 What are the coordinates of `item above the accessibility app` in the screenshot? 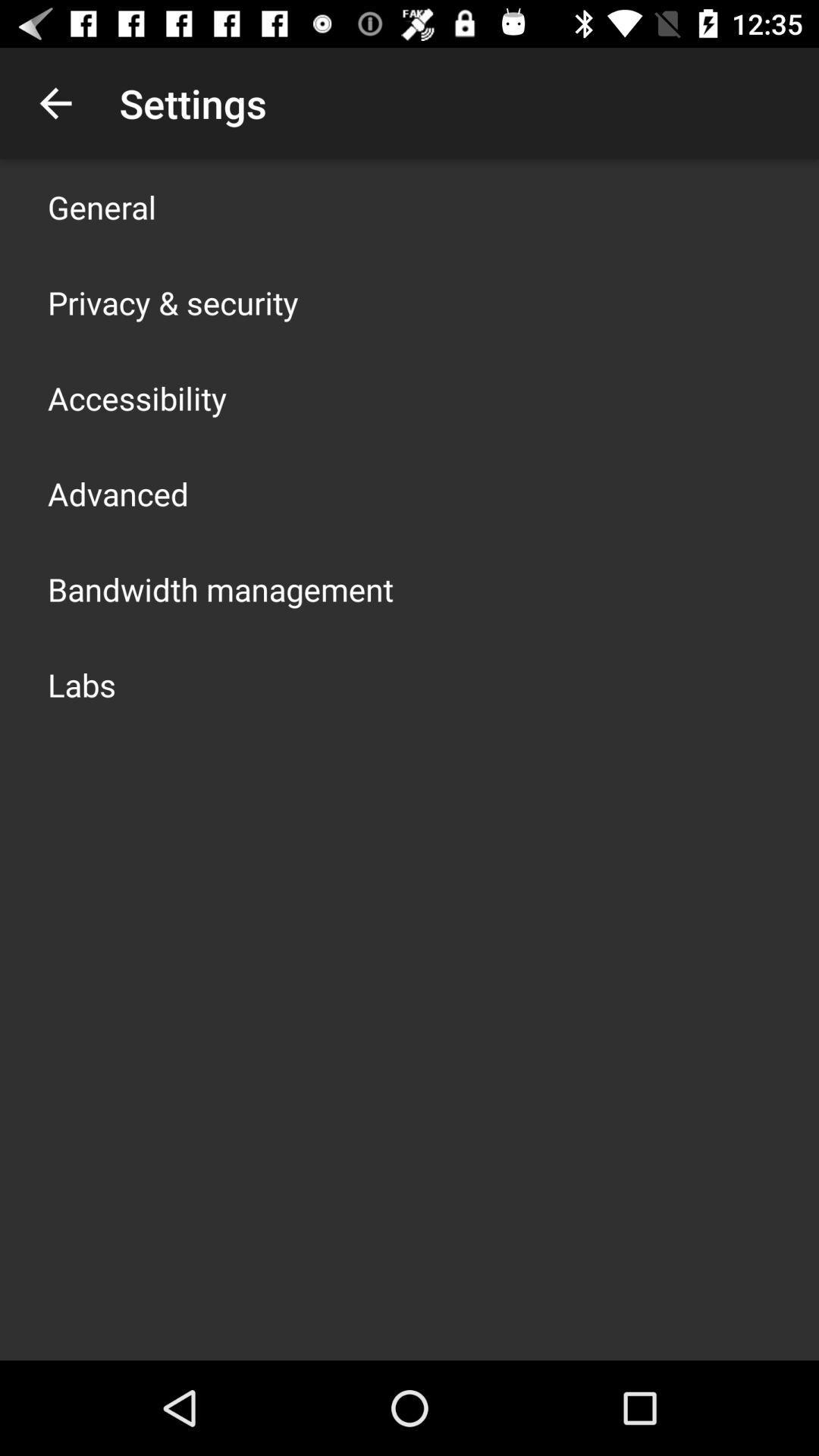 It's located at (172, 302).